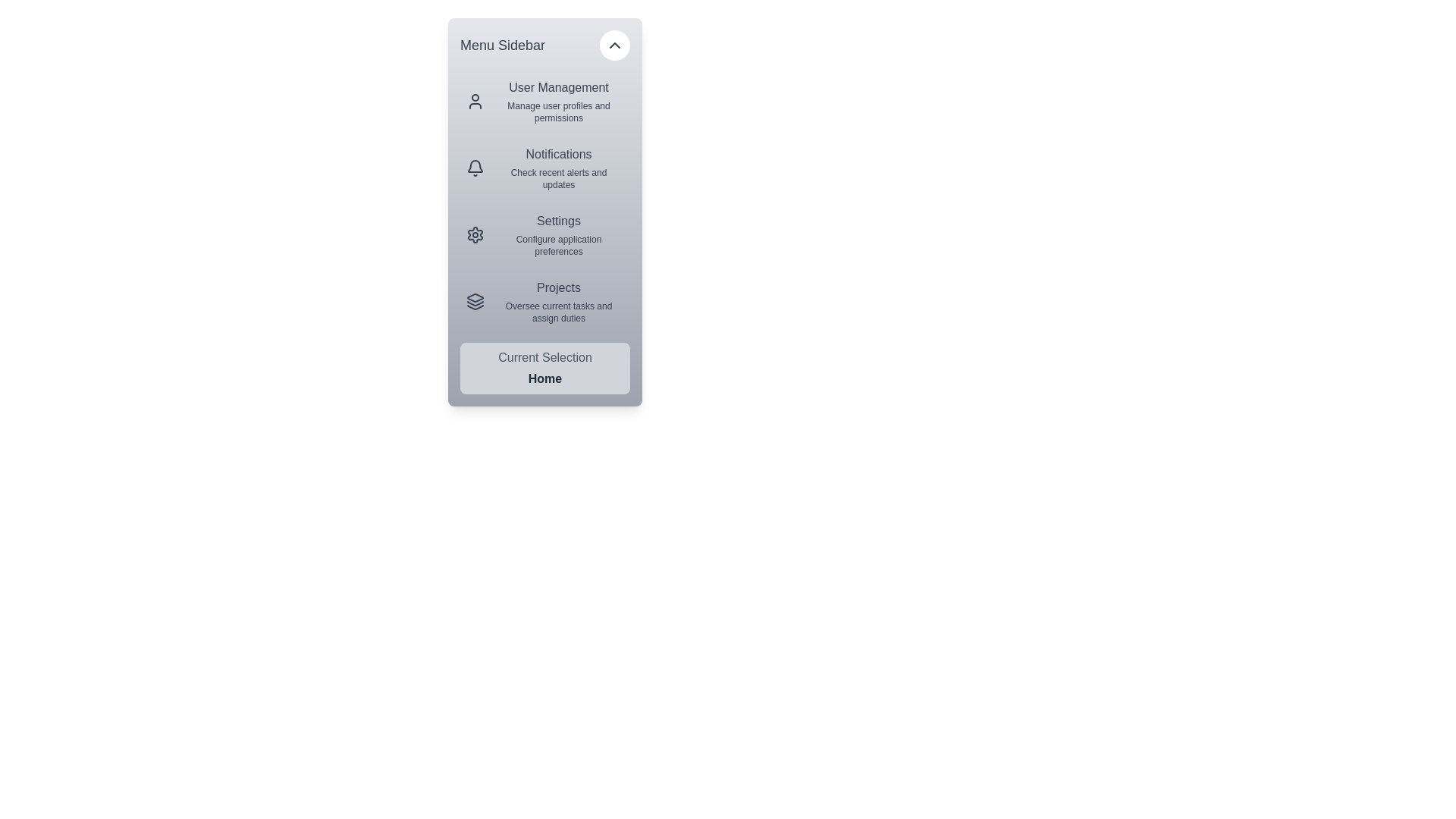 This screenshot has height=819, width=1456. What do you see at coordinates (558, 168) in the screenshot?
I see `the 'Notifications' button located on the vertical sidebar` at bounding box center [558, 168].